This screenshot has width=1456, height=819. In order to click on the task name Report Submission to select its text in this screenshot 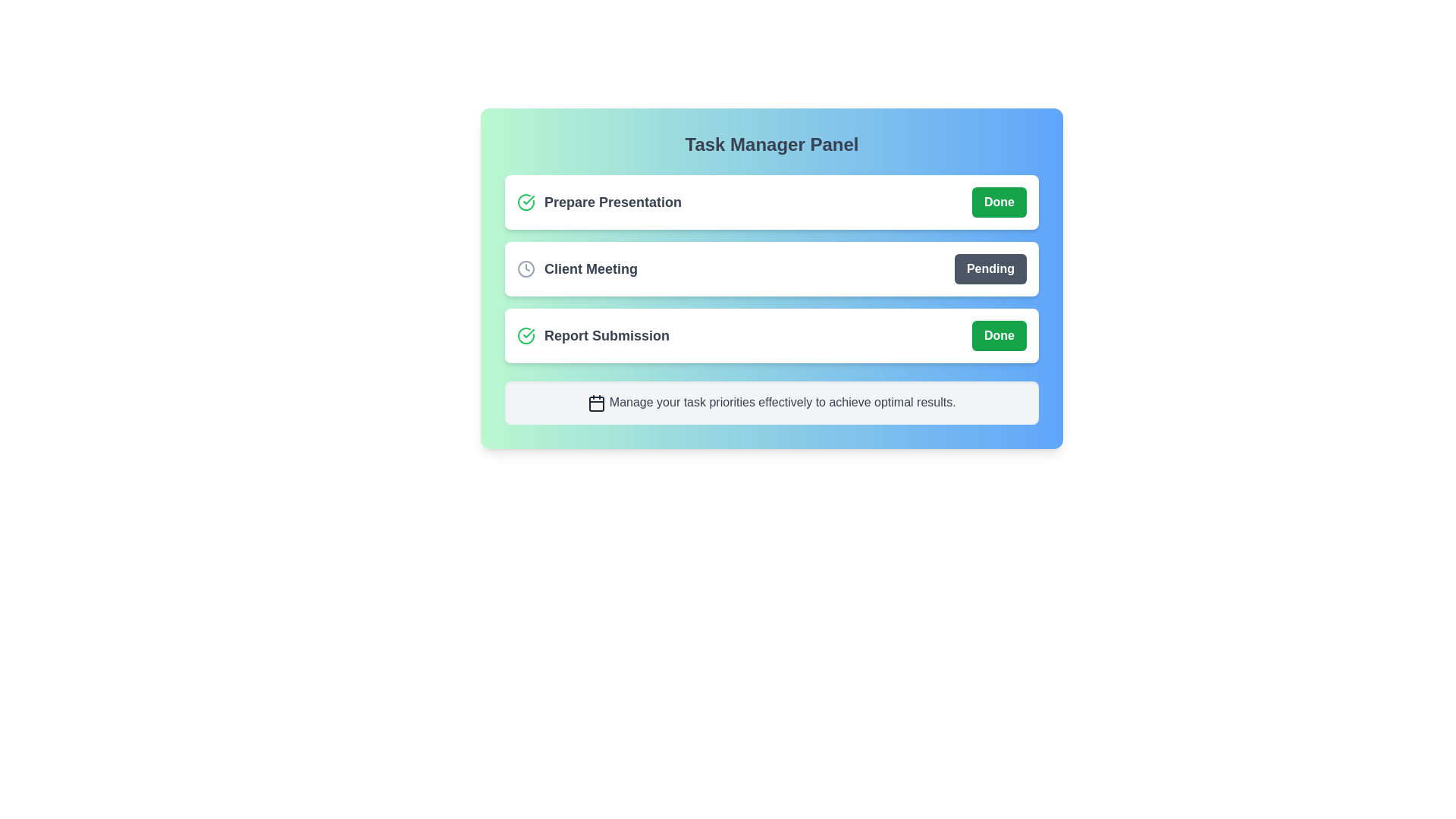, I will do `click(592, 335)`.